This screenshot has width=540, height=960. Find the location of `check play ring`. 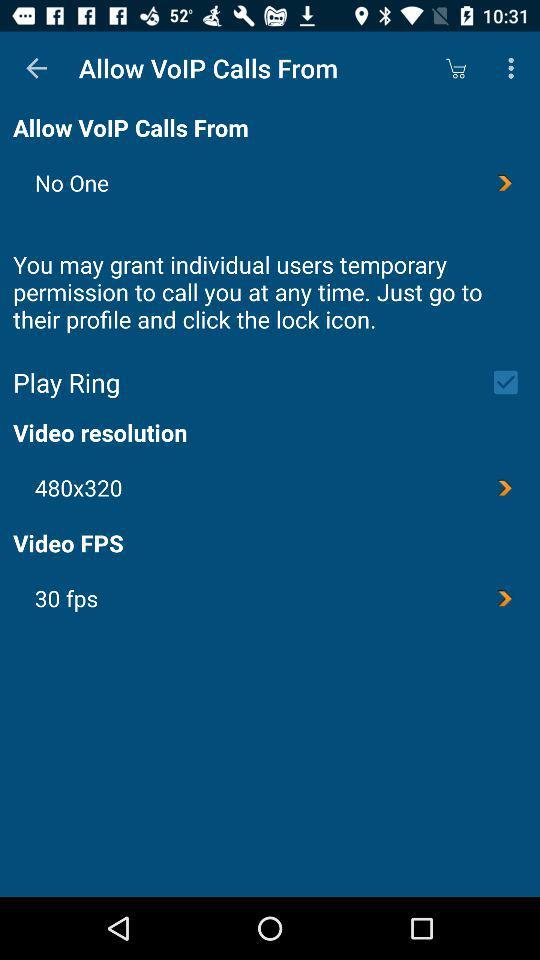

check play ring is located at coordinates (512, 381).